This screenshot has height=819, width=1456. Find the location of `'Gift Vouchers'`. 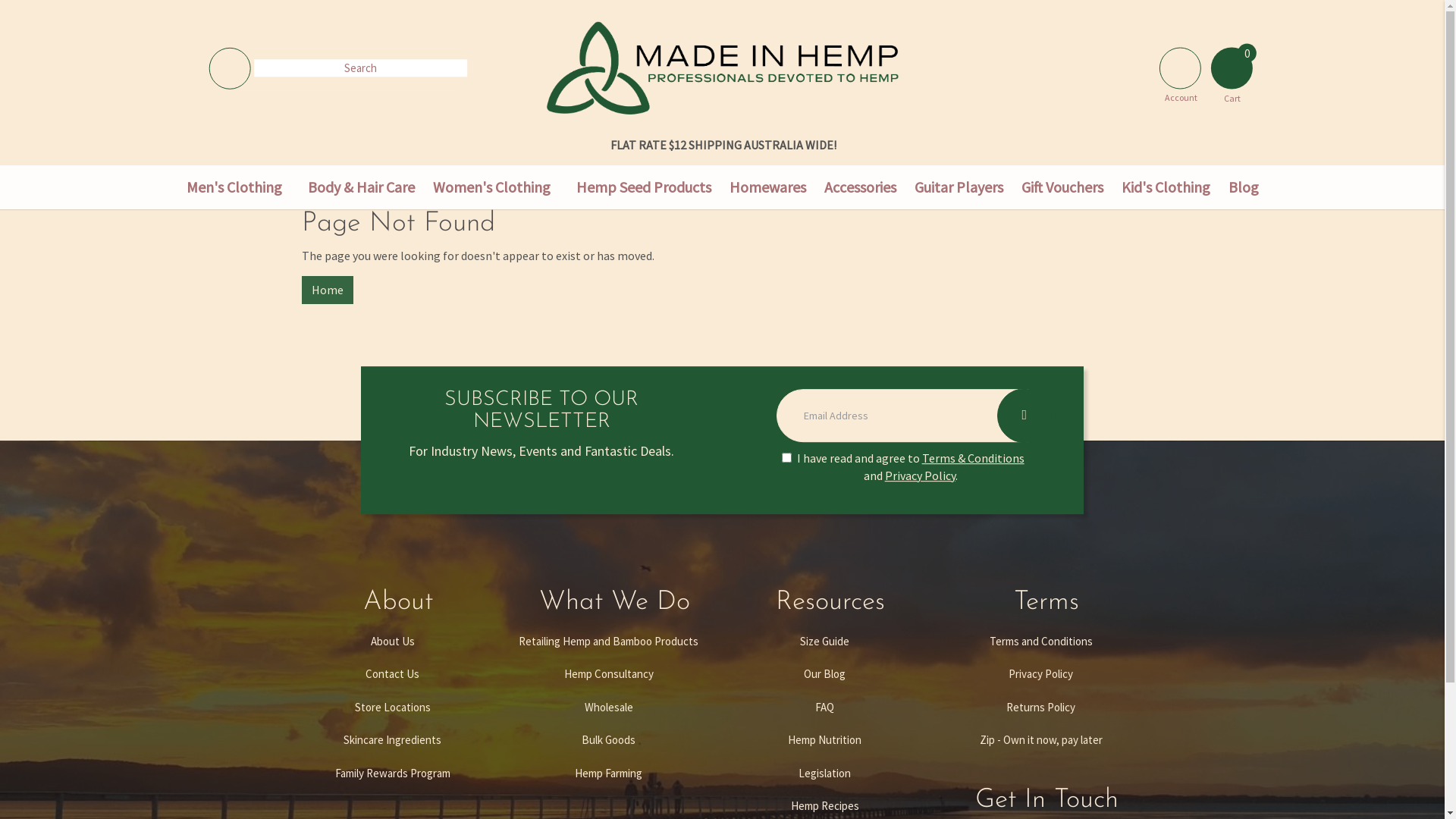

'Gift Vouchers' is located at coordinates (1061, 187).